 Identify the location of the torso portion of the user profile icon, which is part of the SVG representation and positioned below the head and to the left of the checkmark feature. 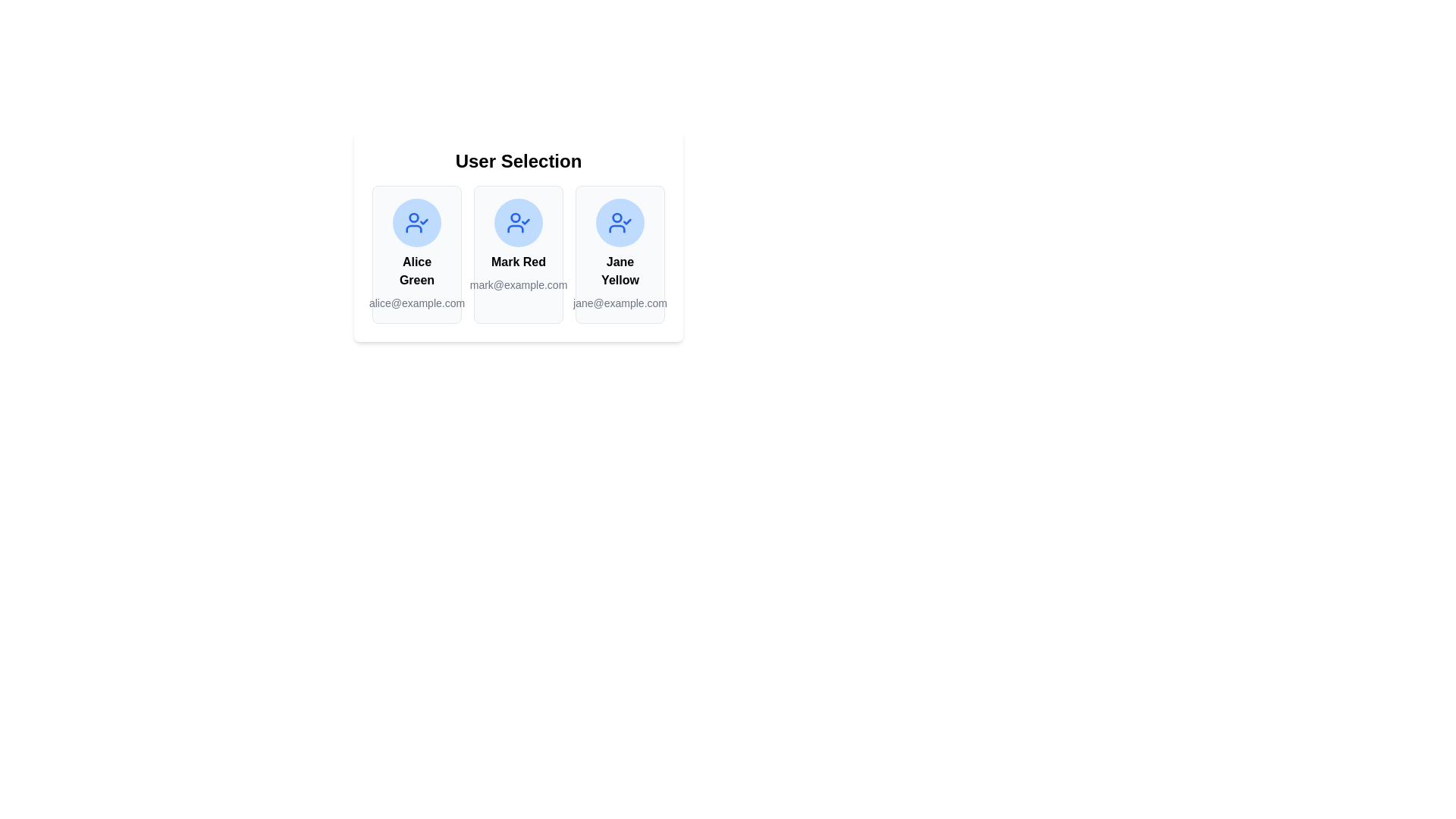
(516, 228).